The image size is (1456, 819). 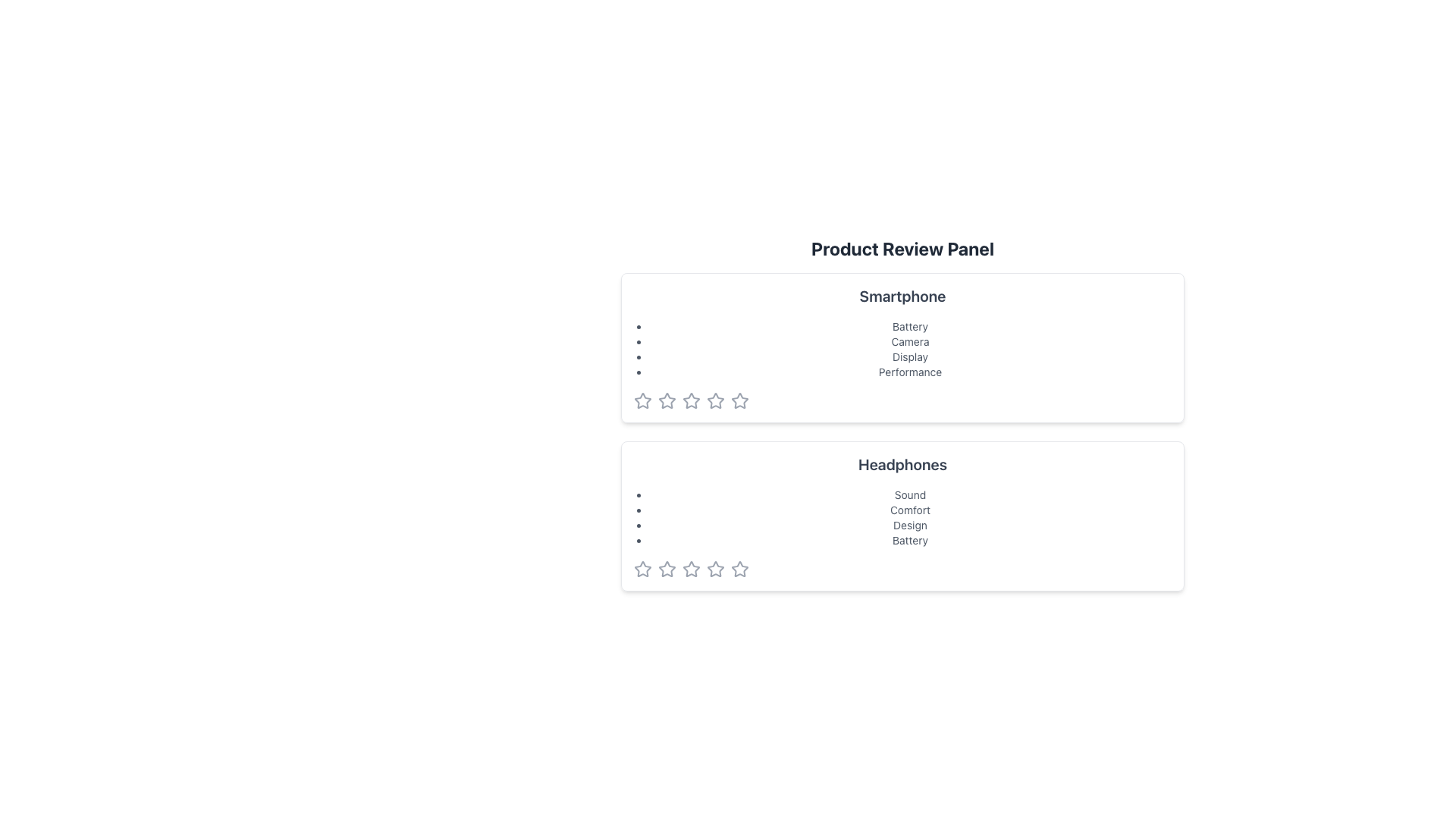 What do you see at coordinates (739, 400) in the screenshot?
I see `the fifth rating star in the rating panel below the 'Smartphone' heading` at bounding box center [739, 400].